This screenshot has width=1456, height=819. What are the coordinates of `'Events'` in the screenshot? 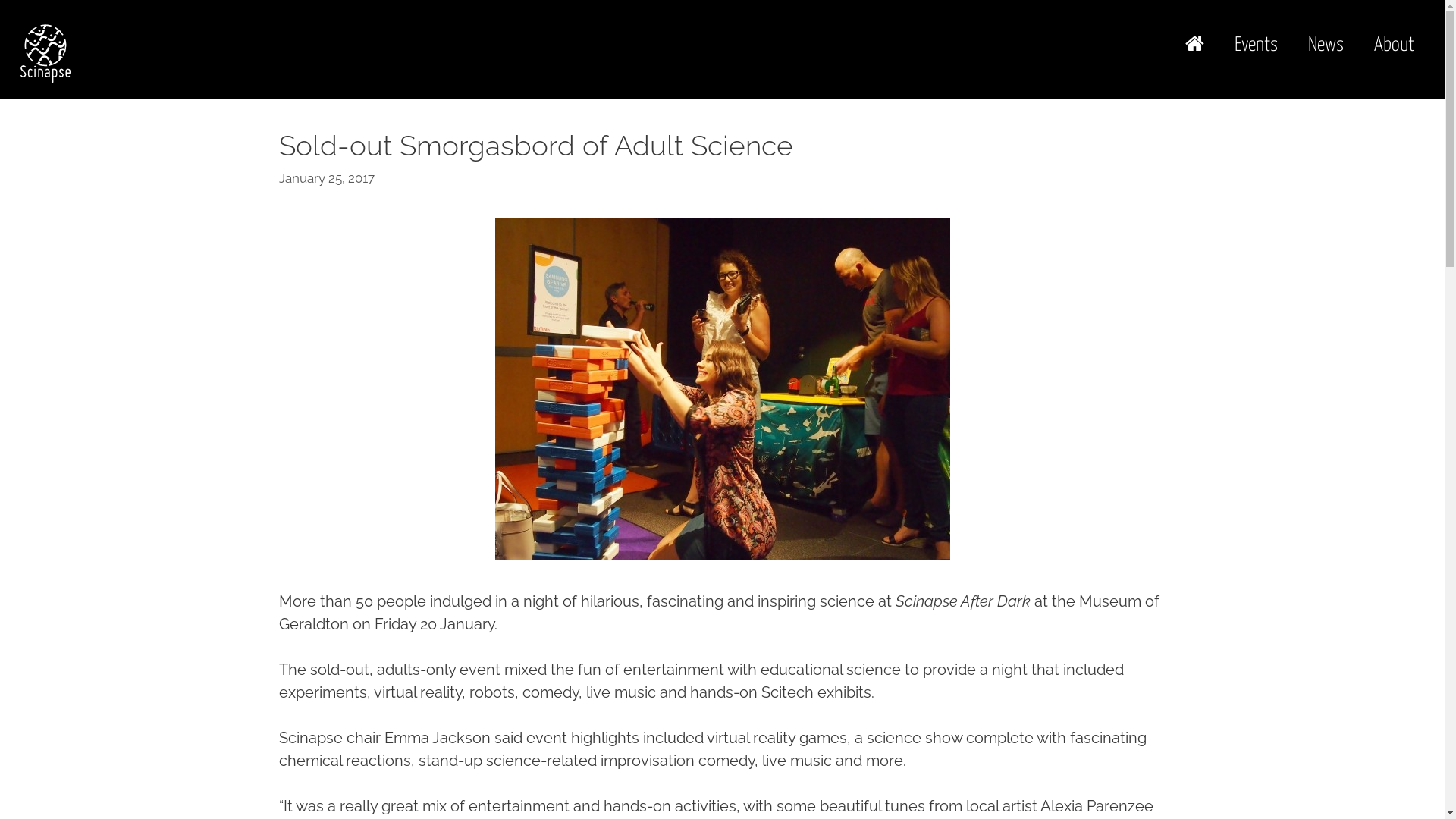 It's located at (1256, 45).